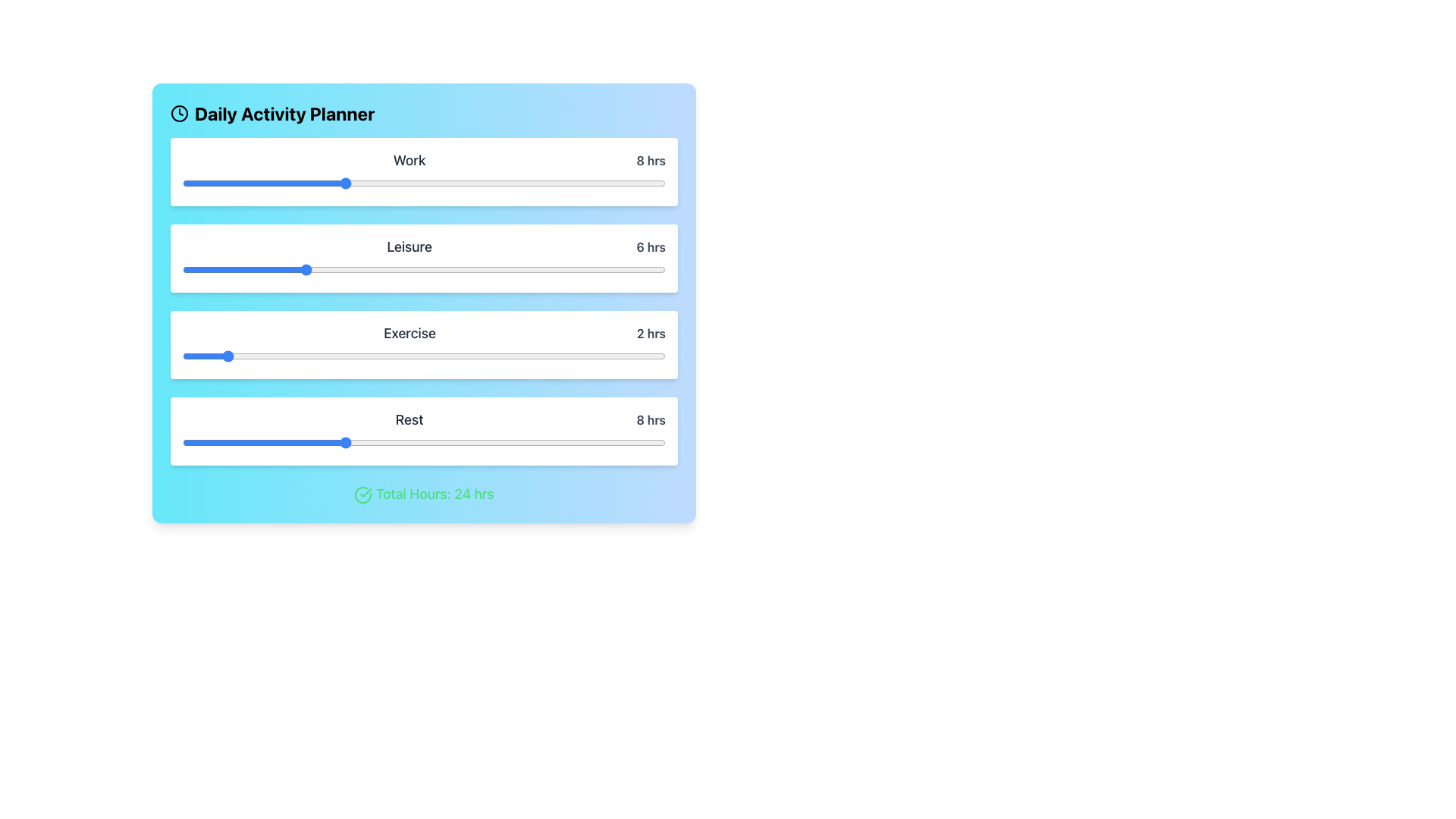 Image resolution: width=1456 pixels, height=819 pixels. Describe the element at coordinates (604, 268) in the screenshot. I see `leisure hours` at that location.